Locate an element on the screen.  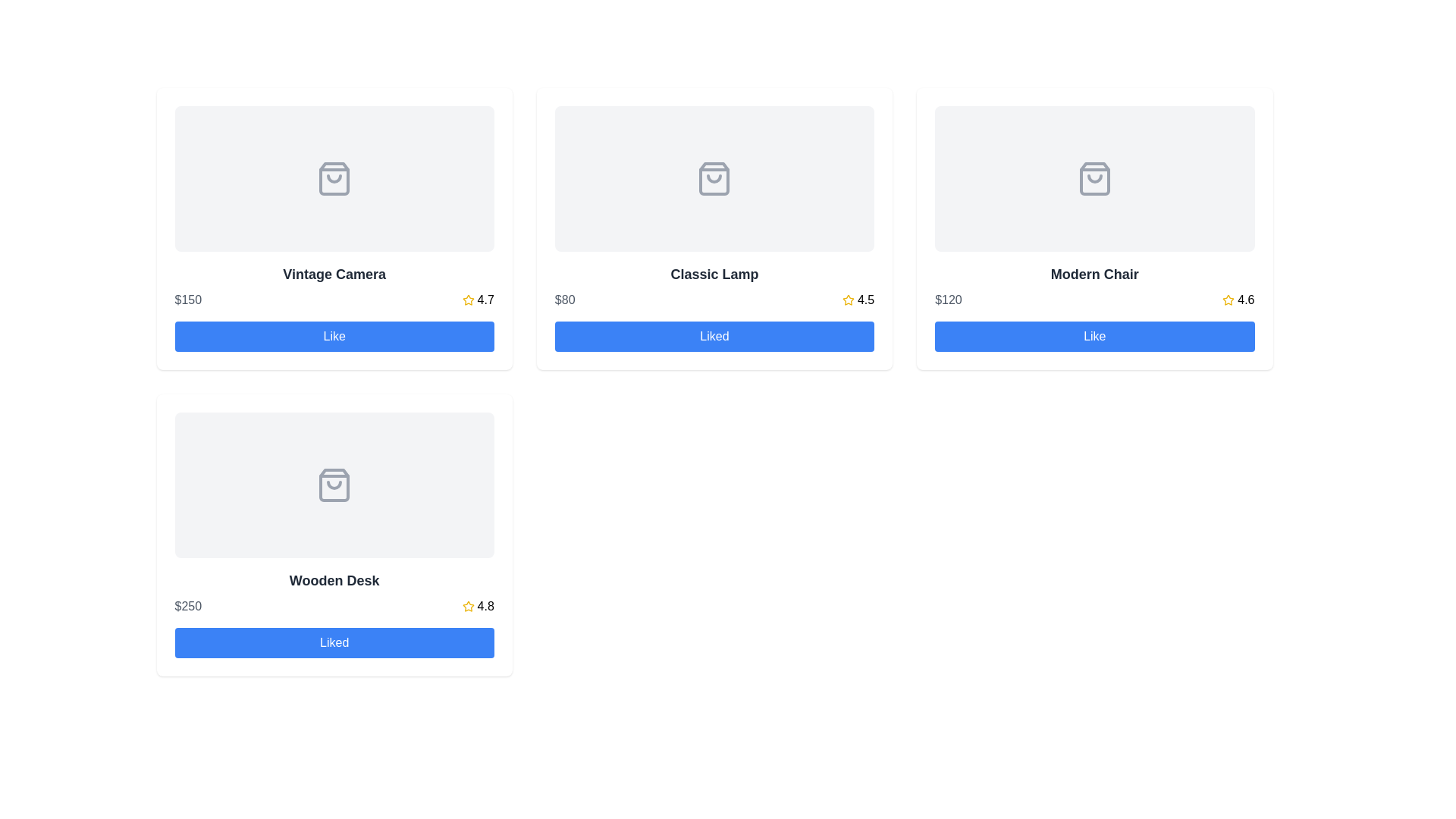
text label 'Classic Lamp' which is displayed in bold font, located in the second column of the top row of a card layout, above the button titled 'Liked' is located at coordinates (714, 287).